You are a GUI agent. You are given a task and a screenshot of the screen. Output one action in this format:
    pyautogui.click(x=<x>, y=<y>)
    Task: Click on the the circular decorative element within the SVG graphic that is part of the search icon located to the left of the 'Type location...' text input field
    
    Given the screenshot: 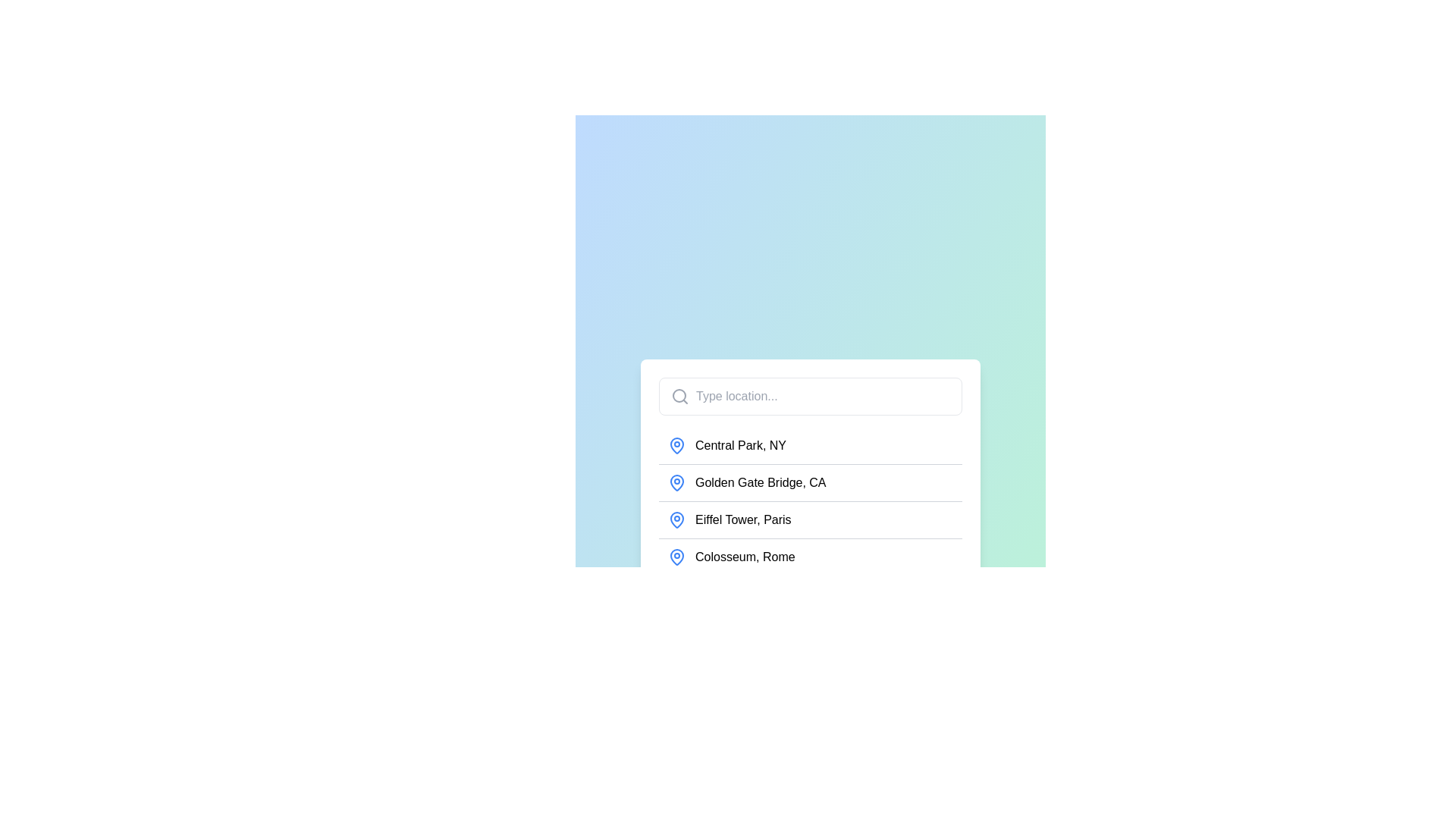 What is the action you would take?
    pyautogui.click(x=679, y=394)
    